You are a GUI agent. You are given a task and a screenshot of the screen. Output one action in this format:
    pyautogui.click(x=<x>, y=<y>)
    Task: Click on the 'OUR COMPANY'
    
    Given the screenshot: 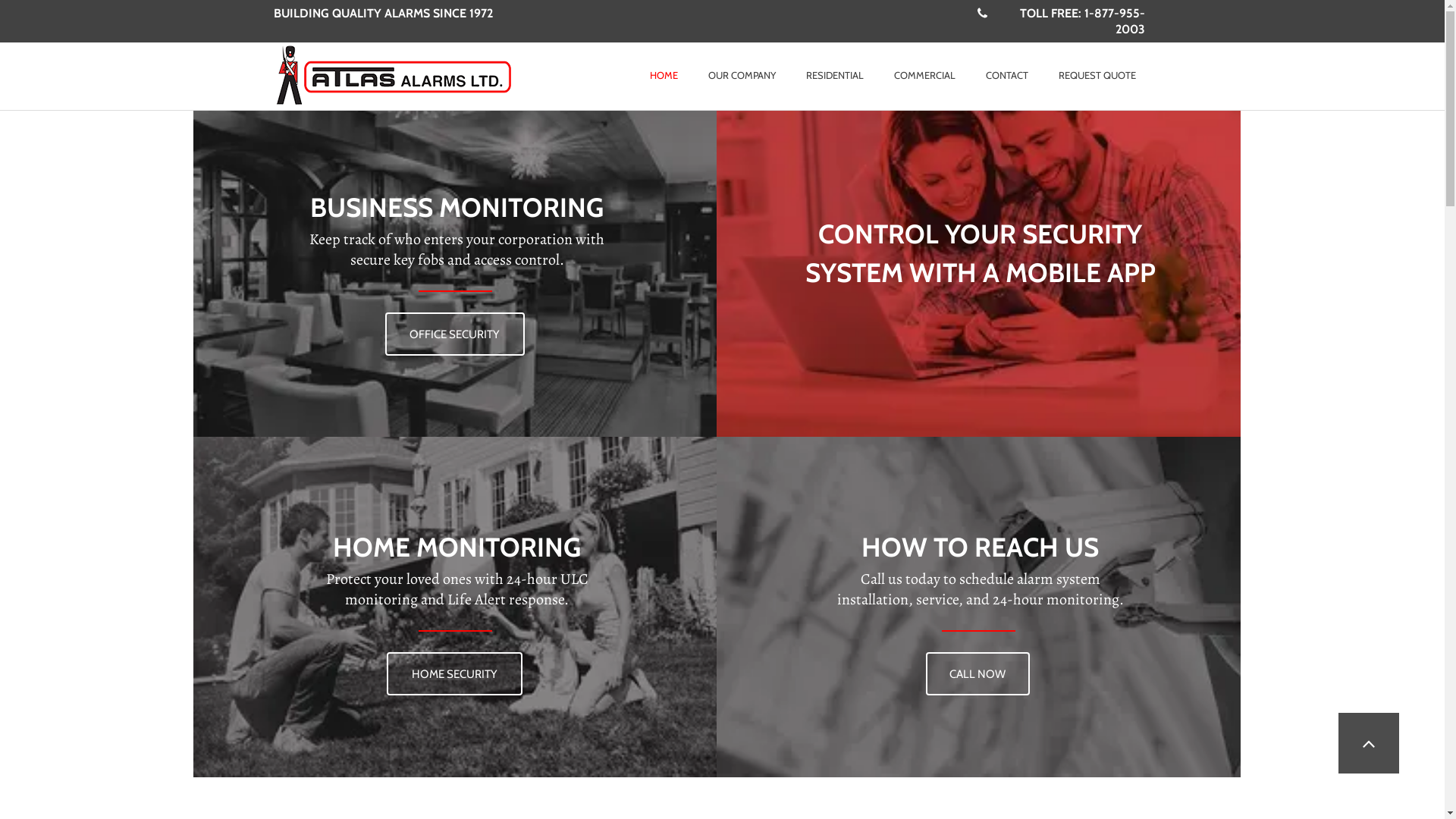 What is the action you would take?
    pyautogui.click(x=742, y=75)
    